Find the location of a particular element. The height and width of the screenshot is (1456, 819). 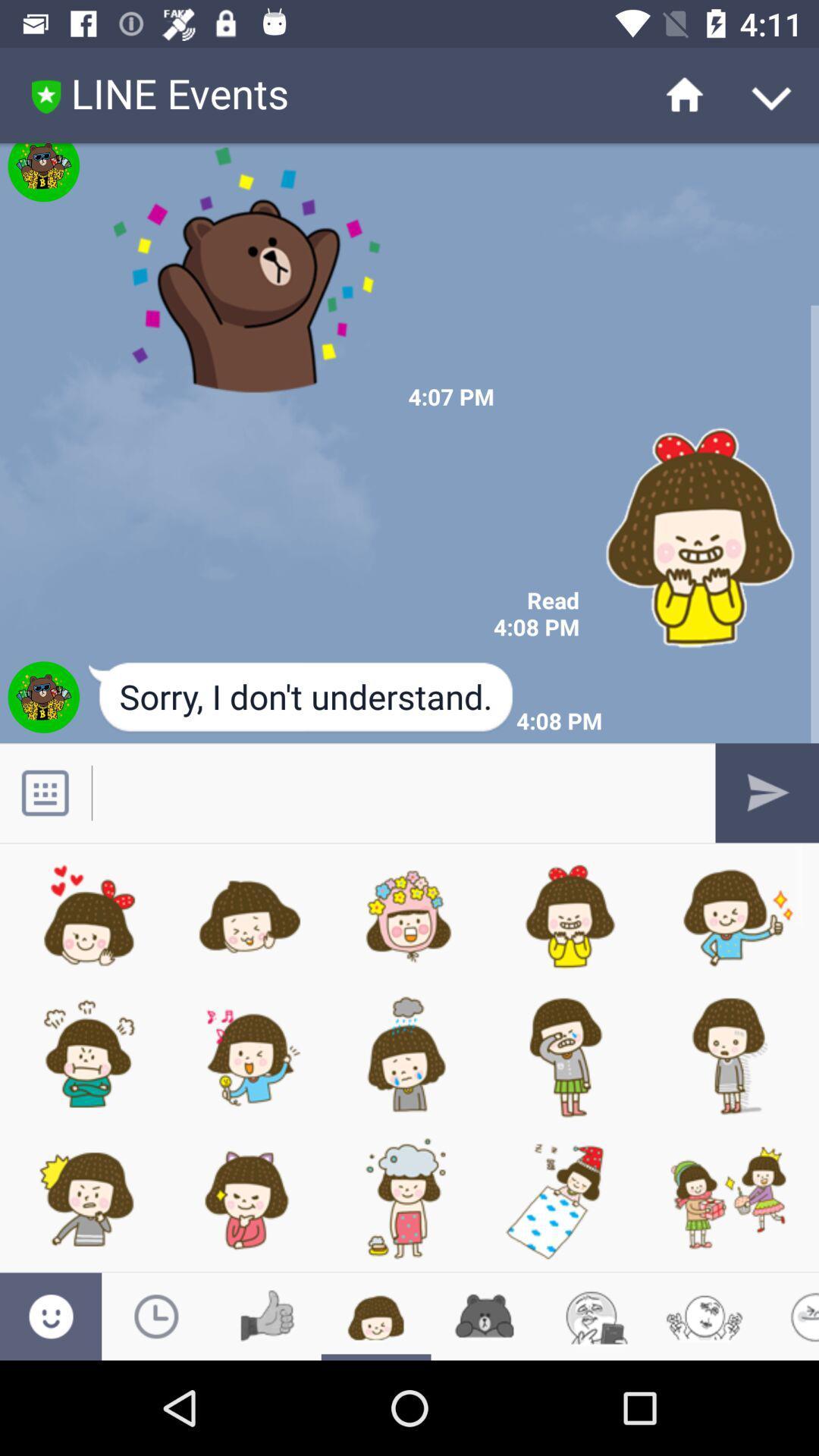

the emoji icon is located at coordinates (595, 1316).